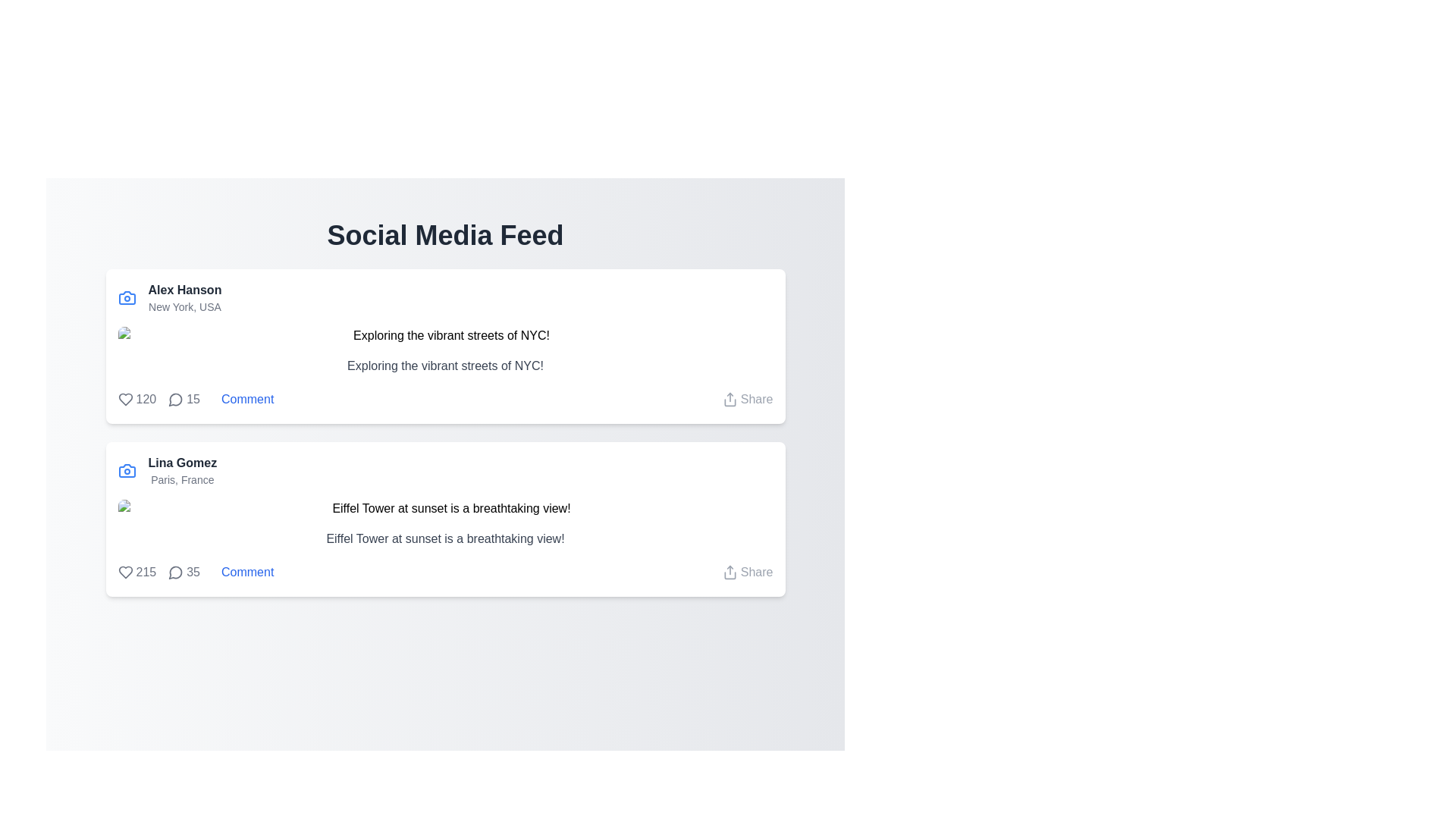 The width and height of the screenshot is (1456, 819). I want to click on the sharing icon located to the left of the 'Share' text label at the bottom right of the second post in the social media feed, so click(730, 573).